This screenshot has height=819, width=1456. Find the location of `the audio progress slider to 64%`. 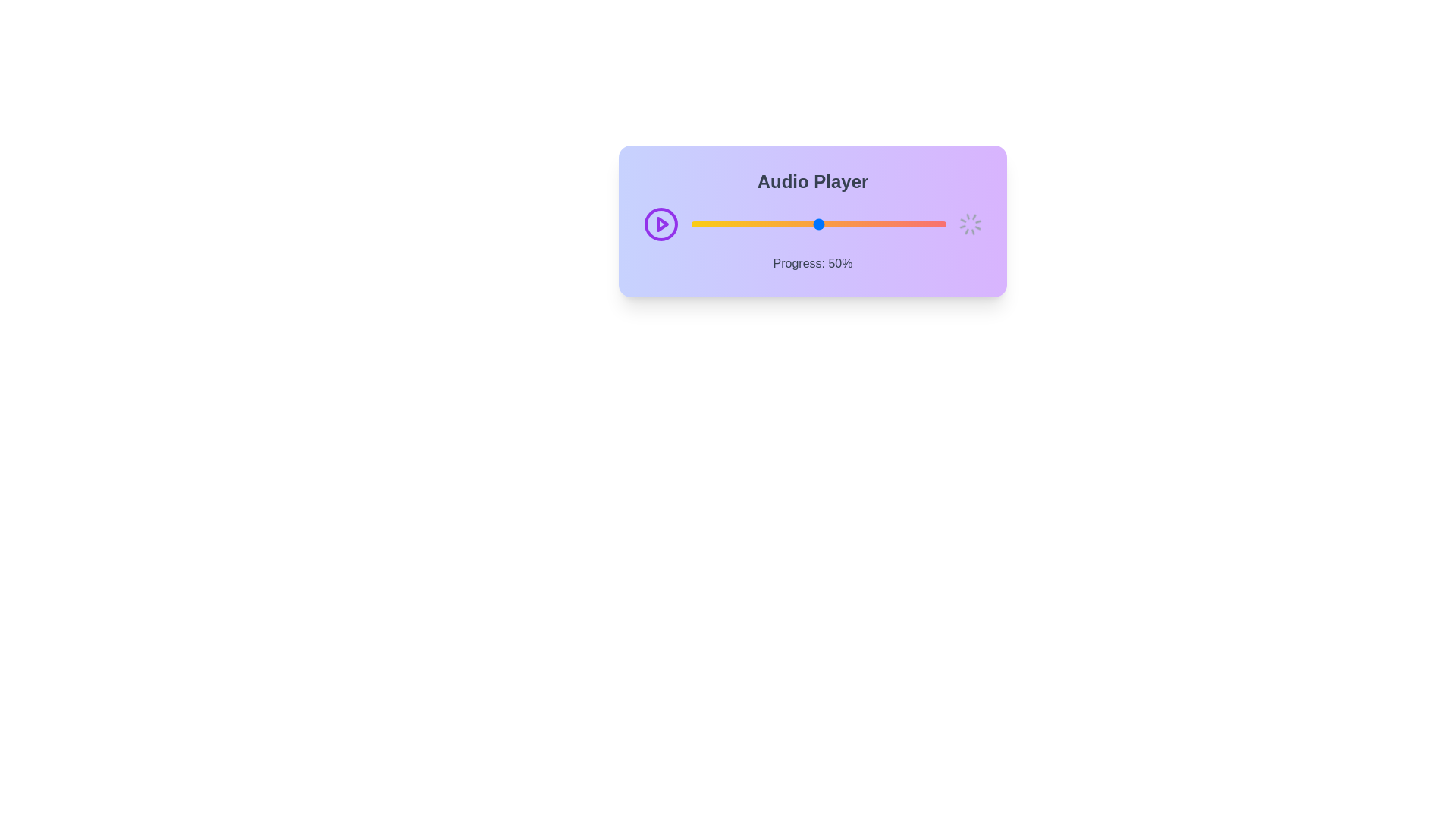

the audio progress slider to 64% is located at coordinates (855, 224).